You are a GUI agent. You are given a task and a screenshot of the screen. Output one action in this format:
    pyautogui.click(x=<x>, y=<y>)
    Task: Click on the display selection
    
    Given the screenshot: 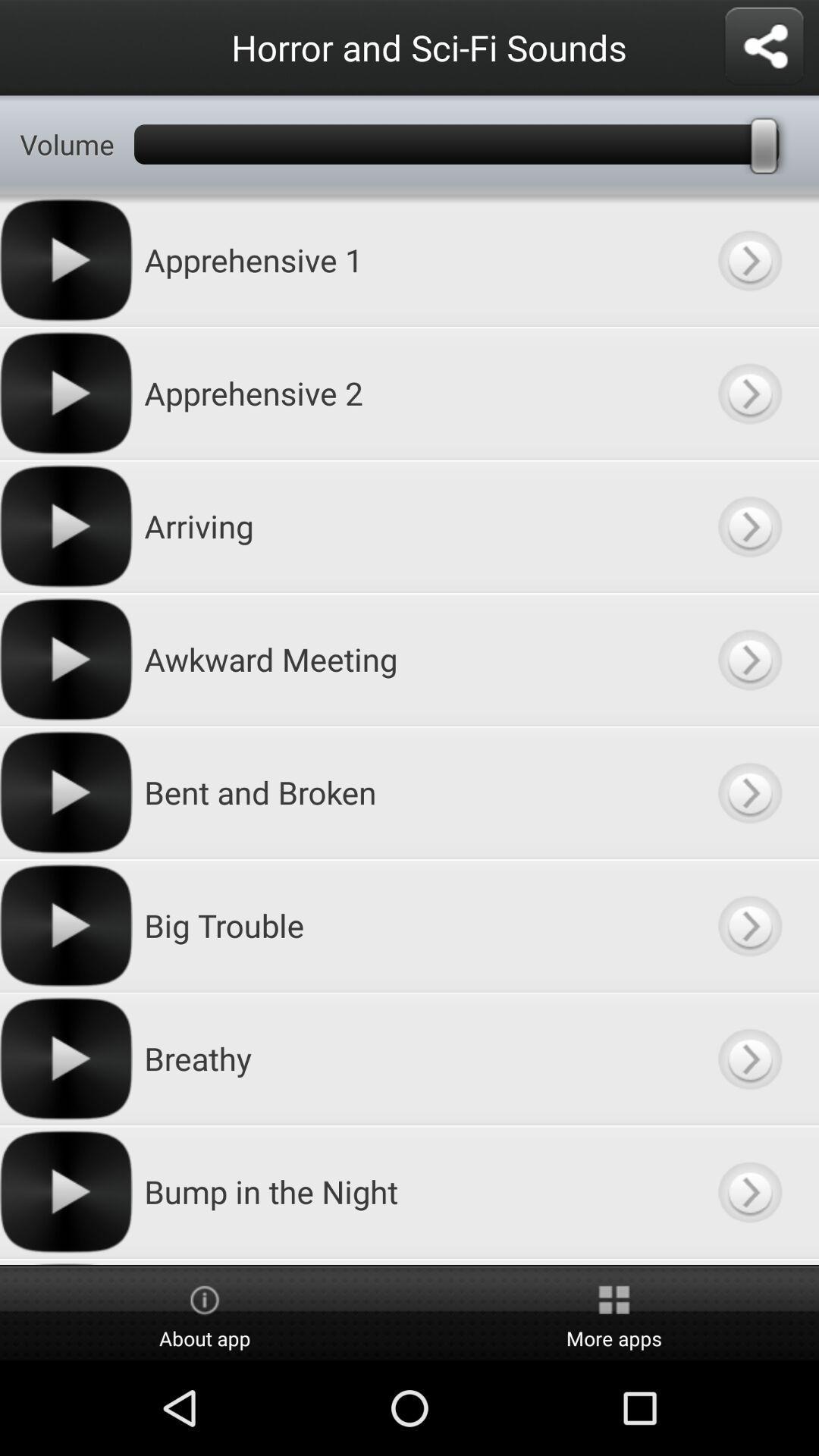 What is the action you would take?
    pyautogui.click(x=748, y=1058)
    